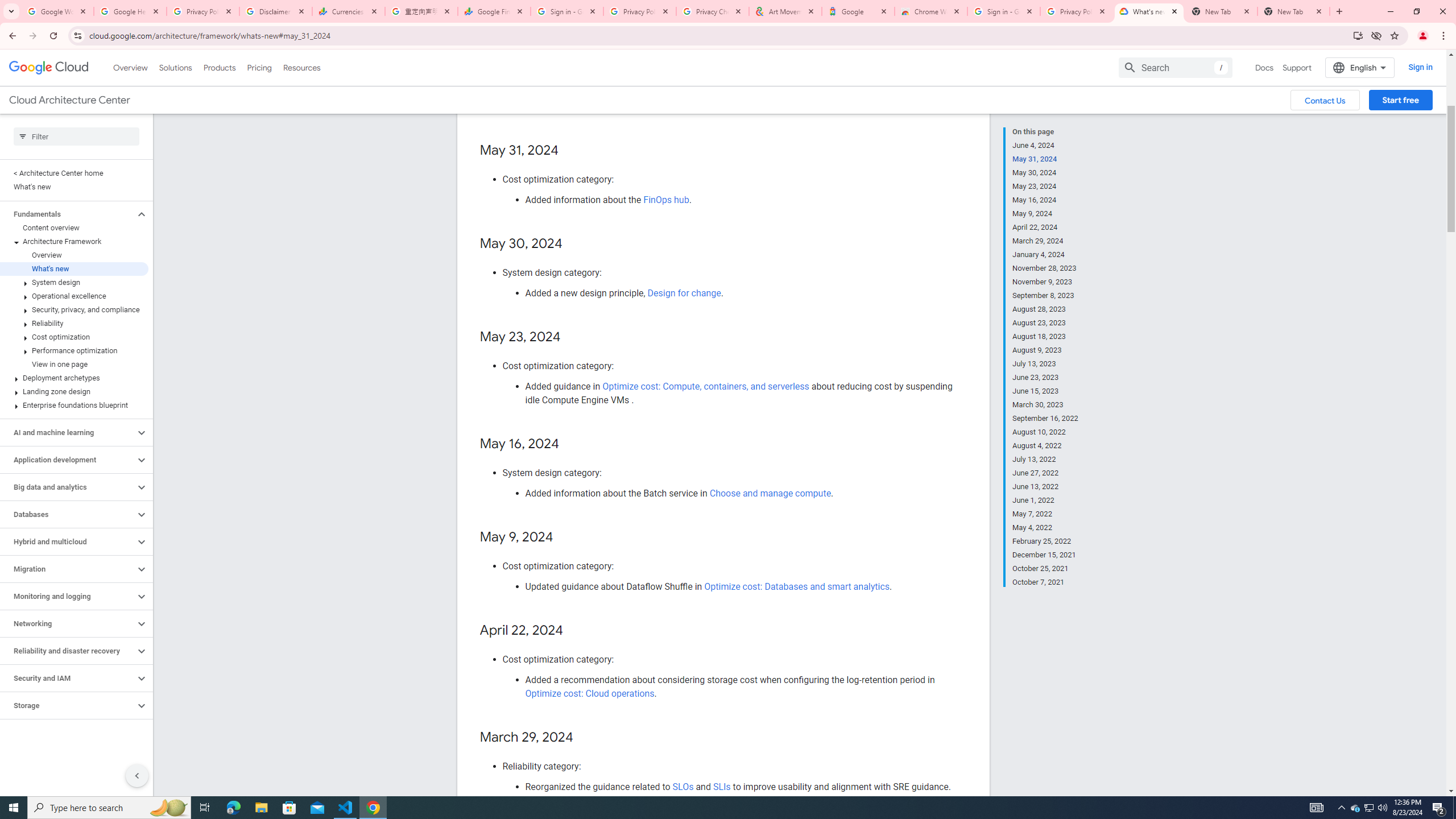 Image resolution: width=1456 pixels, height=819 pixels. Describe the element at coordinates (136, 775) in the screenshot. I see `'Hide side navigation'` at that location.